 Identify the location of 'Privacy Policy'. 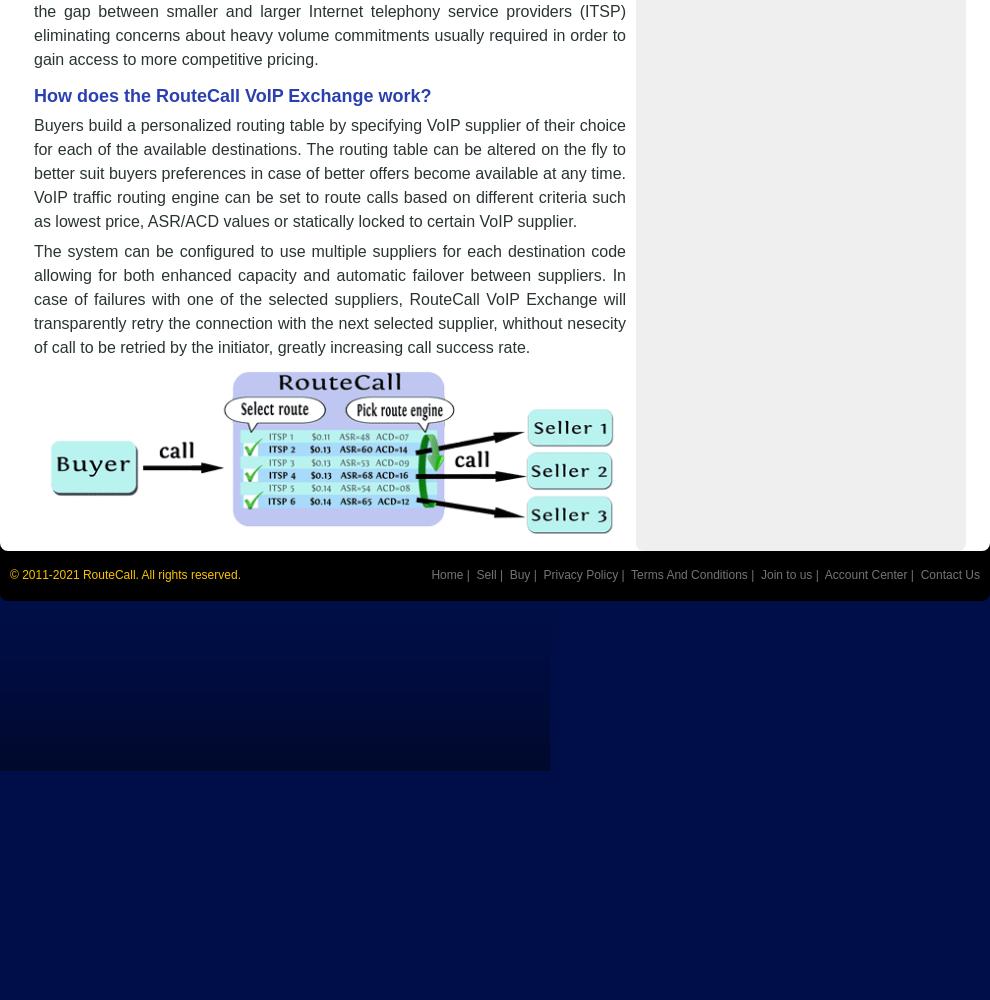
(542, 574).